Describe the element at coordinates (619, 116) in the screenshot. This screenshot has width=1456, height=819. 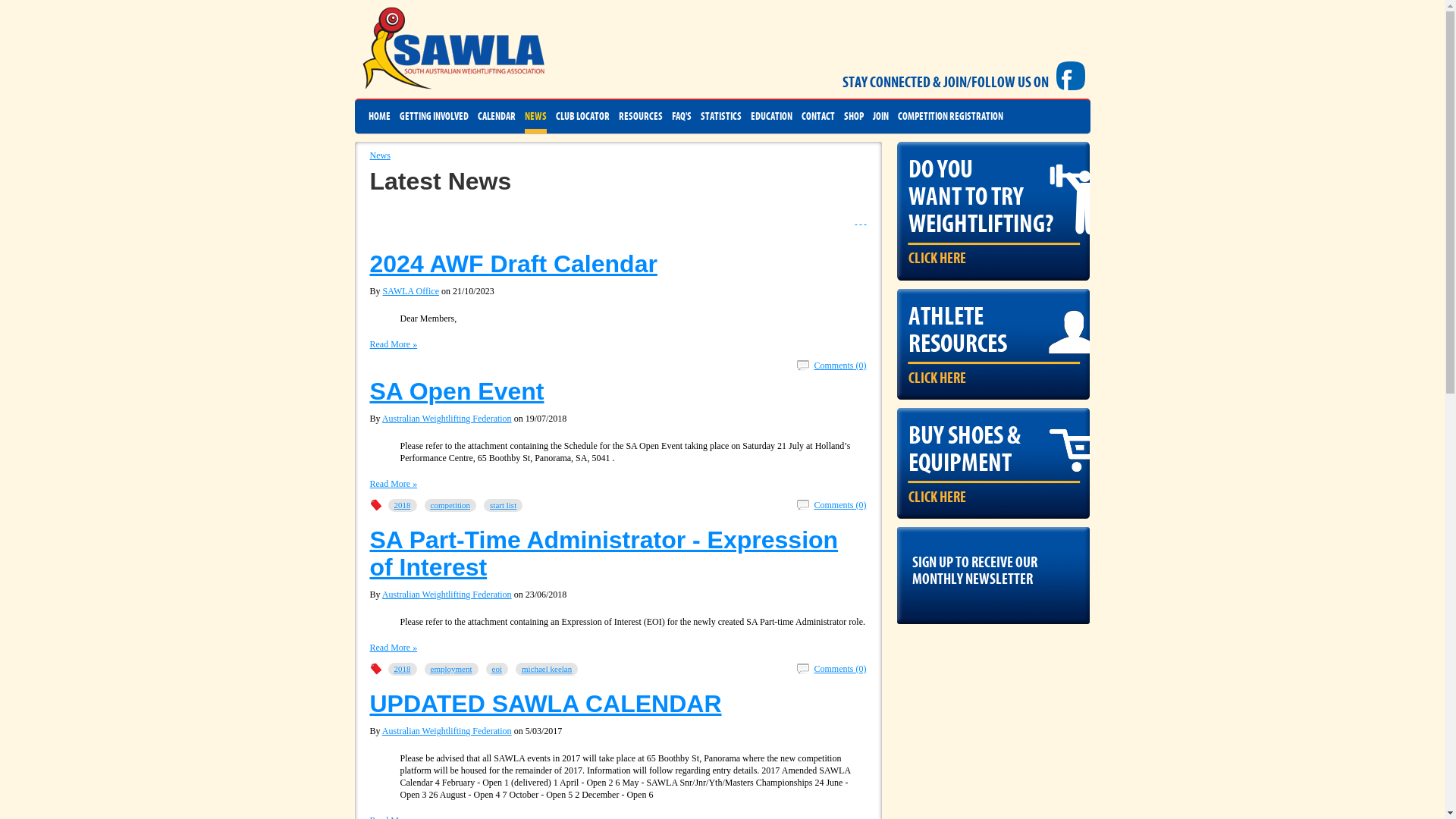
I see `'RESOURCES'` at that location.